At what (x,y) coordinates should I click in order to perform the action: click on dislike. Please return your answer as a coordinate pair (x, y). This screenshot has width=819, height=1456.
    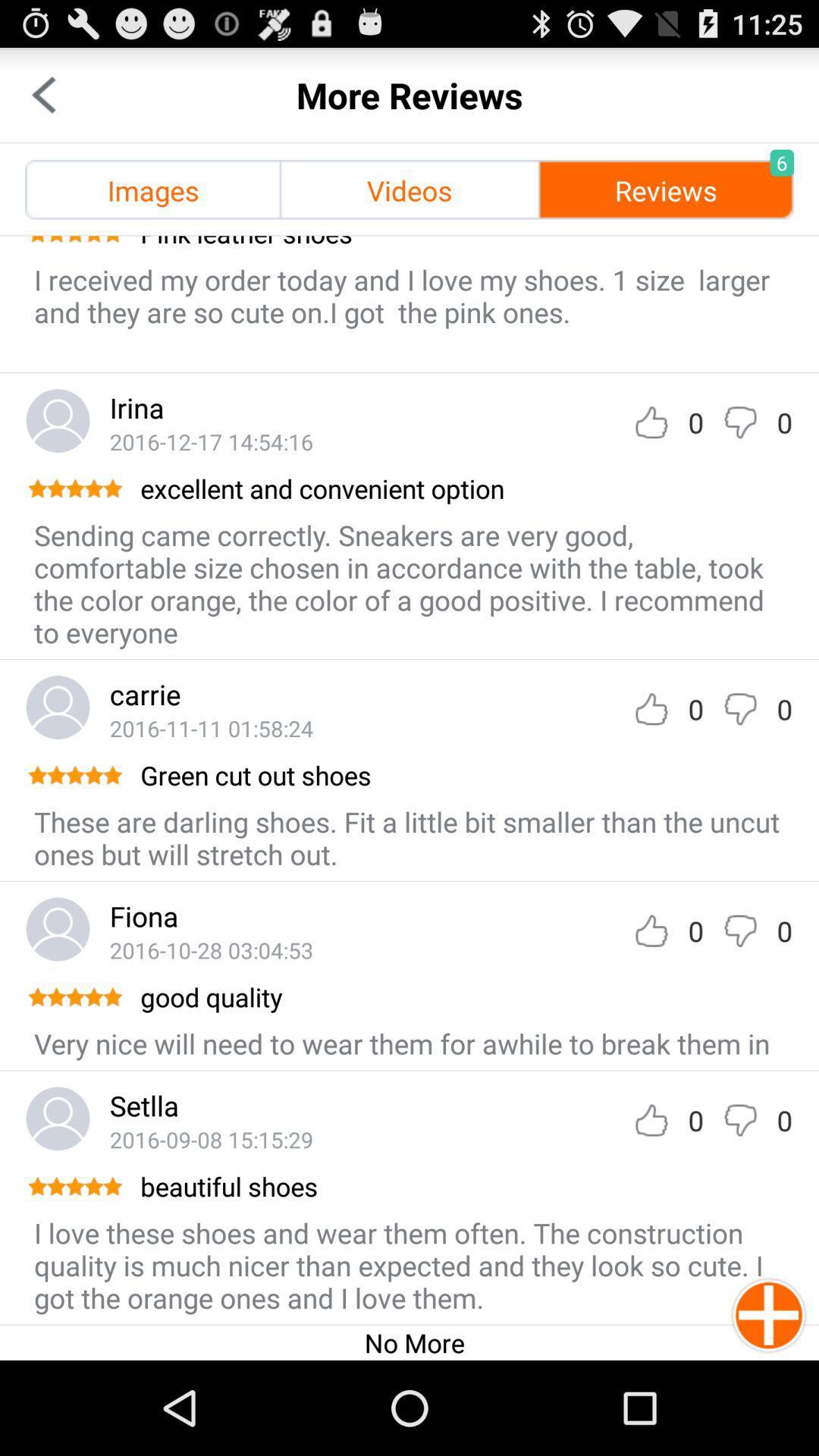
    Looking at the image, I should click on (739, 1120).